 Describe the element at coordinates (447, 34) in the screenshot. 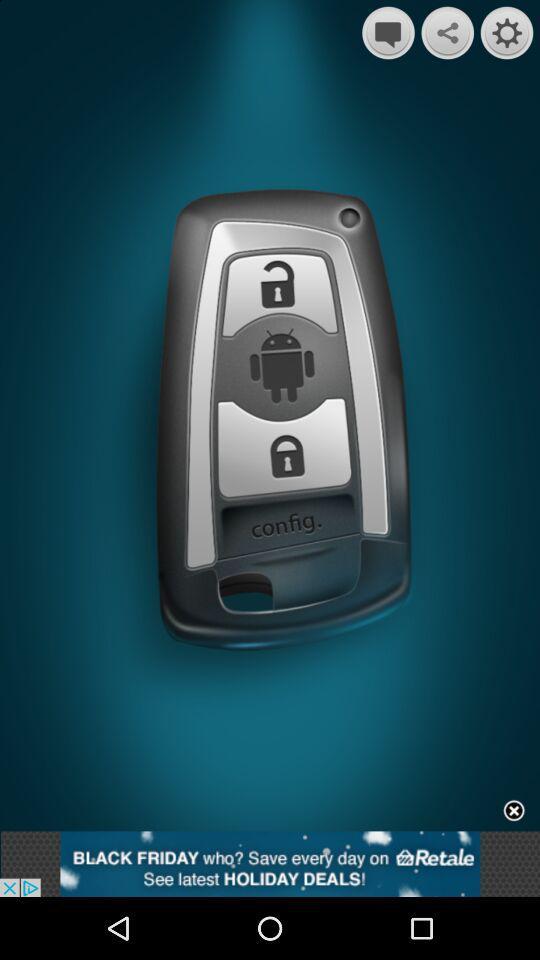

I see `the share icon` at that location.